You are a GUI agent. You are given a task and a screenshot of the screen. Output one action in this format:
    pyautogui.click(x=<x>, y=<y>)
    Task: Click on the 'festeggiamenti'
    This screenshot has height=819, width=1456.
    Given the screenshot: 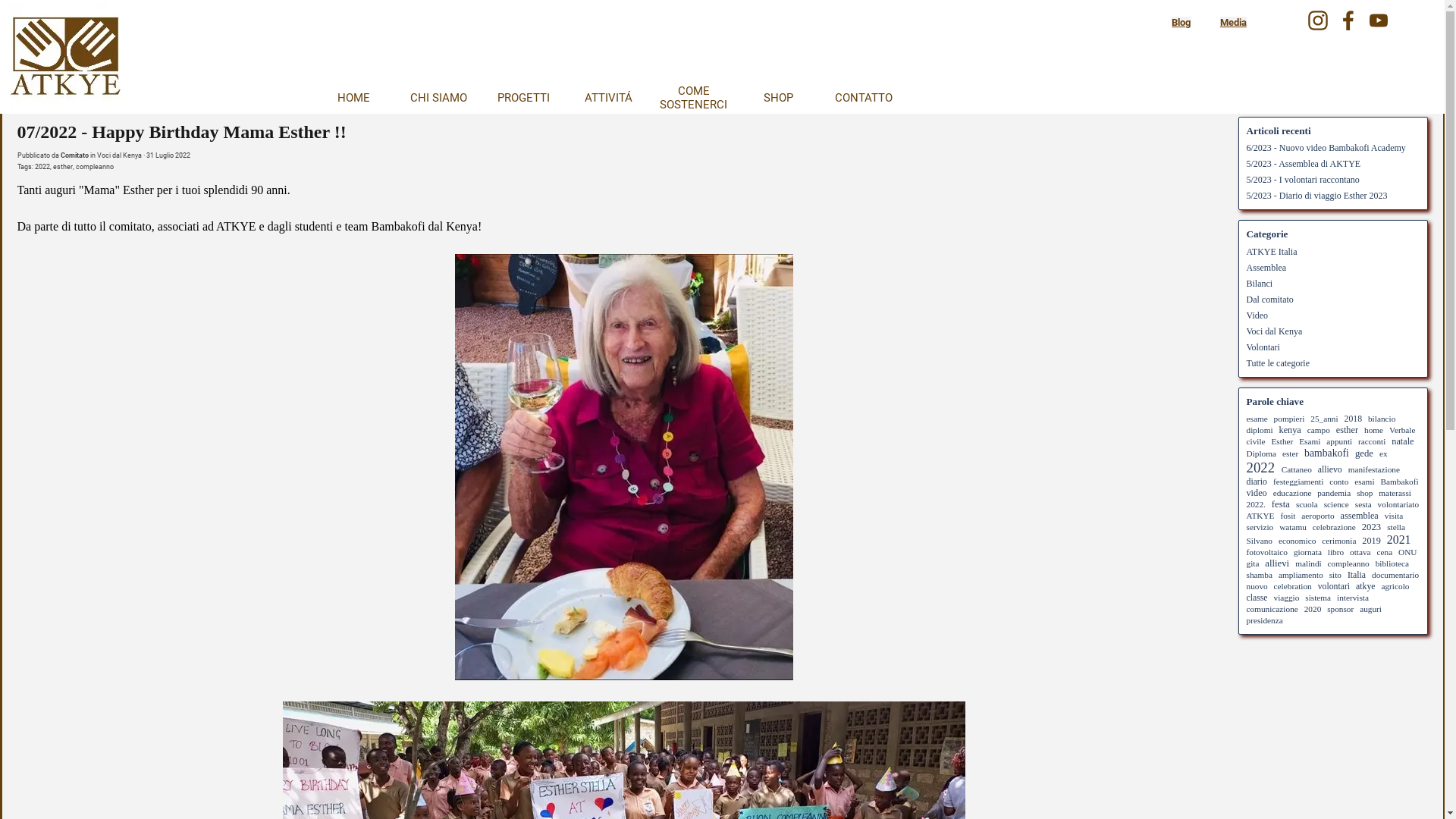 What is the action you would take?
    pyautogui.click(x=1298, y=482)
    